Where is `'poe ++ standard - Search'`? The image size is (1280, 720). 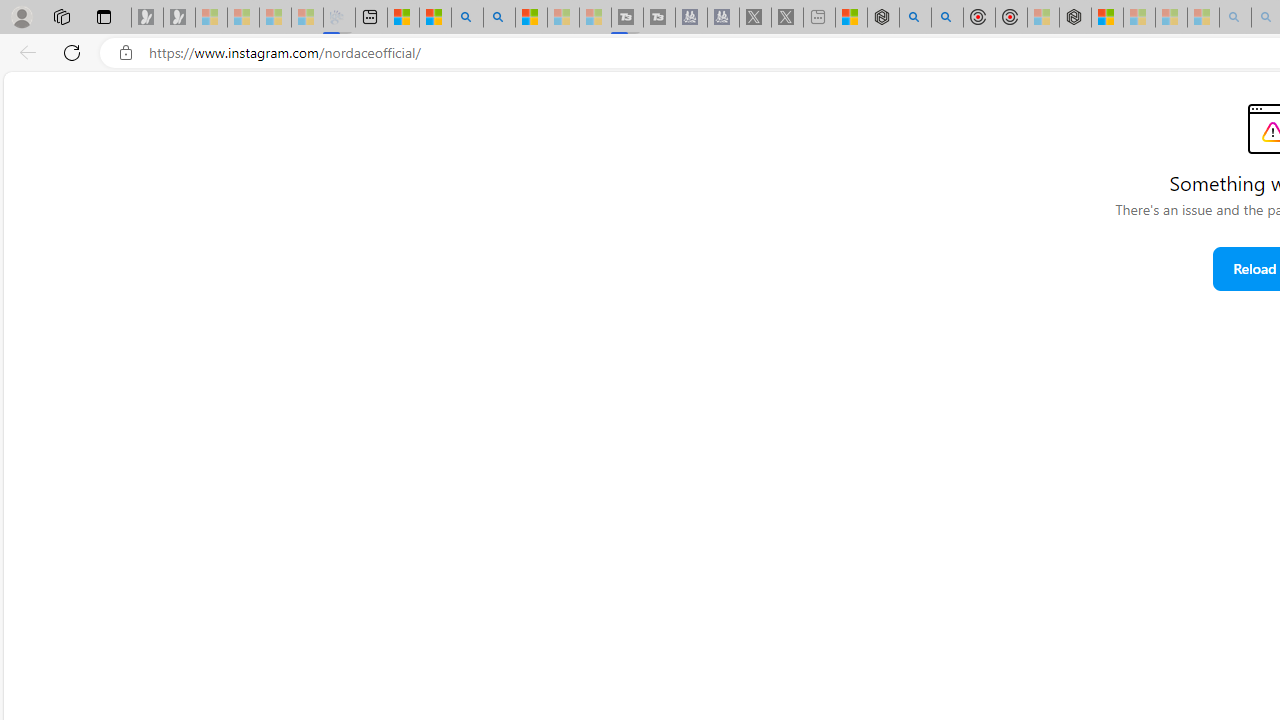
'poe ++ standard - Search' is located at coordinates (946, 17).